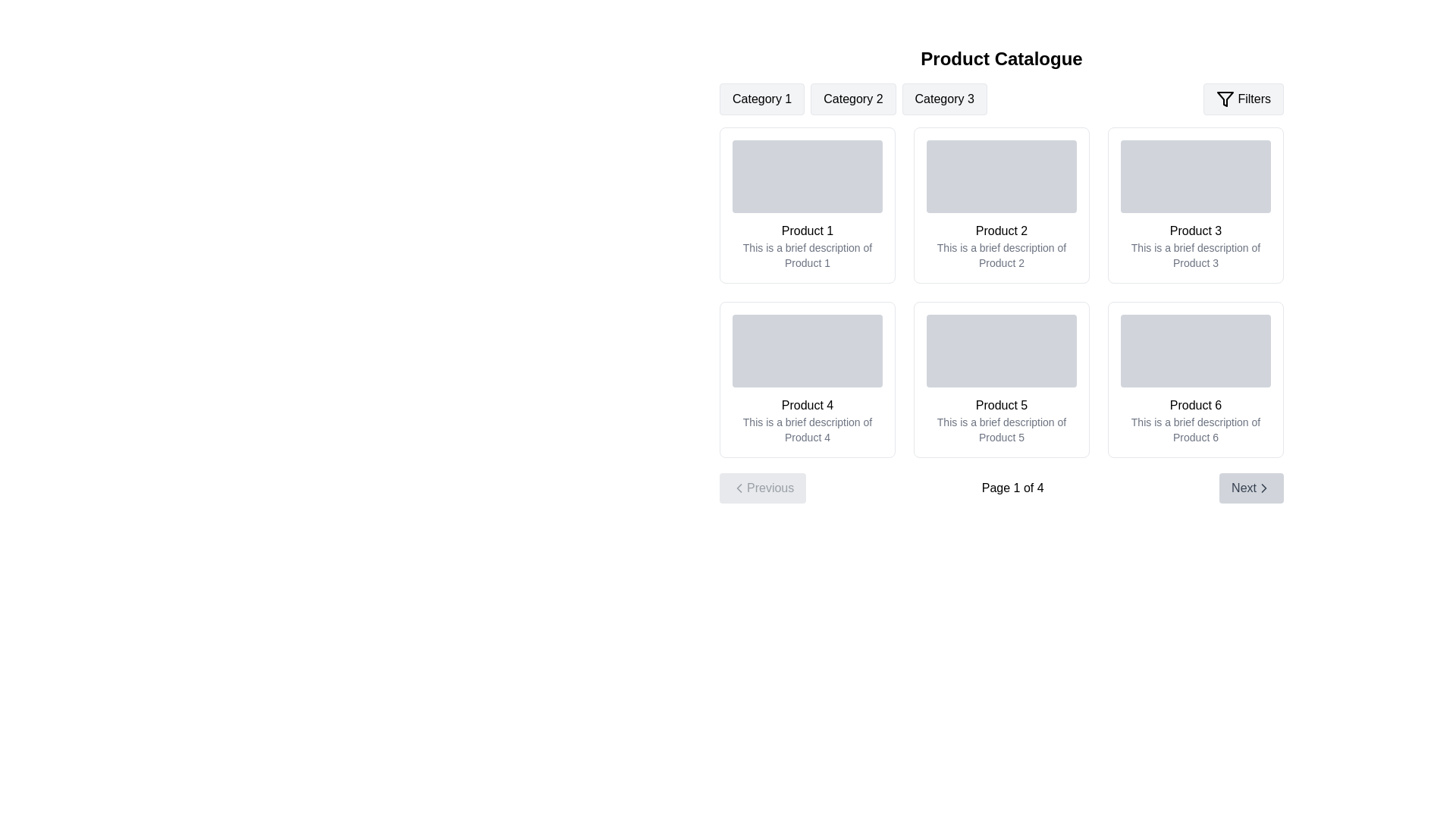 This screenshot has height=819, width=1456. I want to click on the descriptive text element located at the bottom of the product card for 'Product 6', which provides summary information about the product, so click(1195, 430).